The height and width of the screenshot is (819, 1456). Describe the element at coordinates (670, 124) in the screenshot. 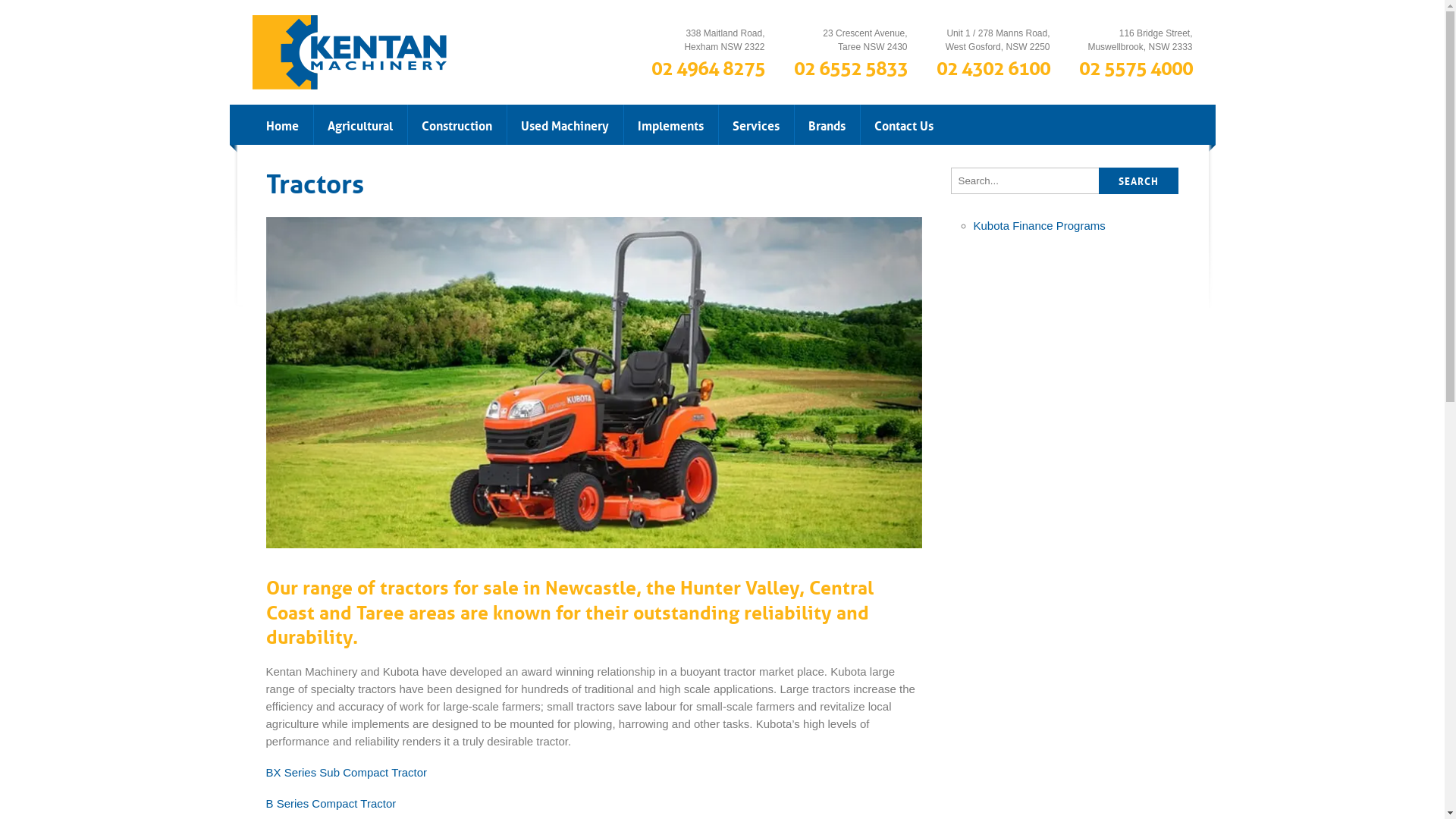

I see `'Implements'` at that location.